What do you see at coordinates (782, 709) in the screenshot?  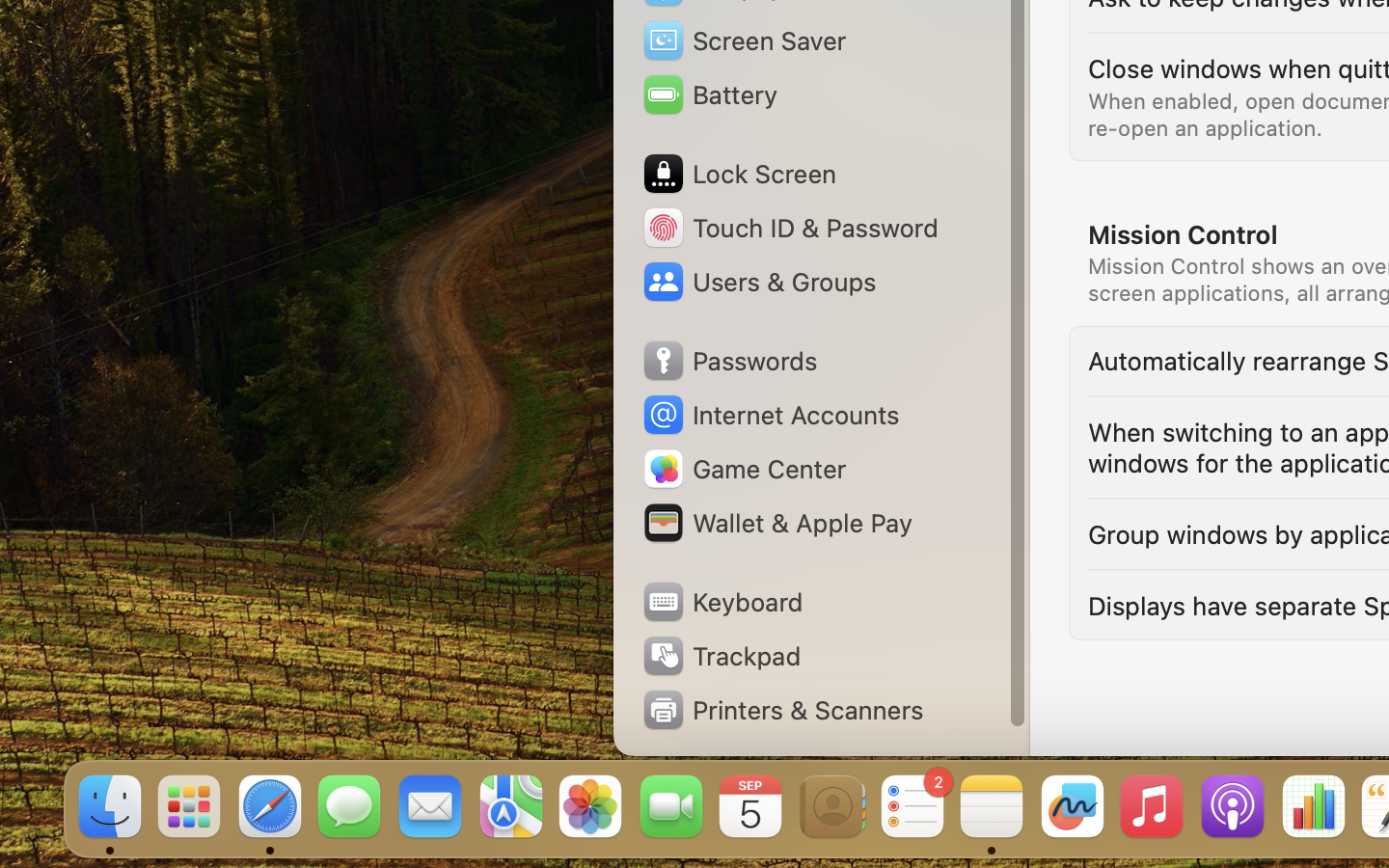 I see `'Printers & Scanners'` at bounding box center [782, 709].